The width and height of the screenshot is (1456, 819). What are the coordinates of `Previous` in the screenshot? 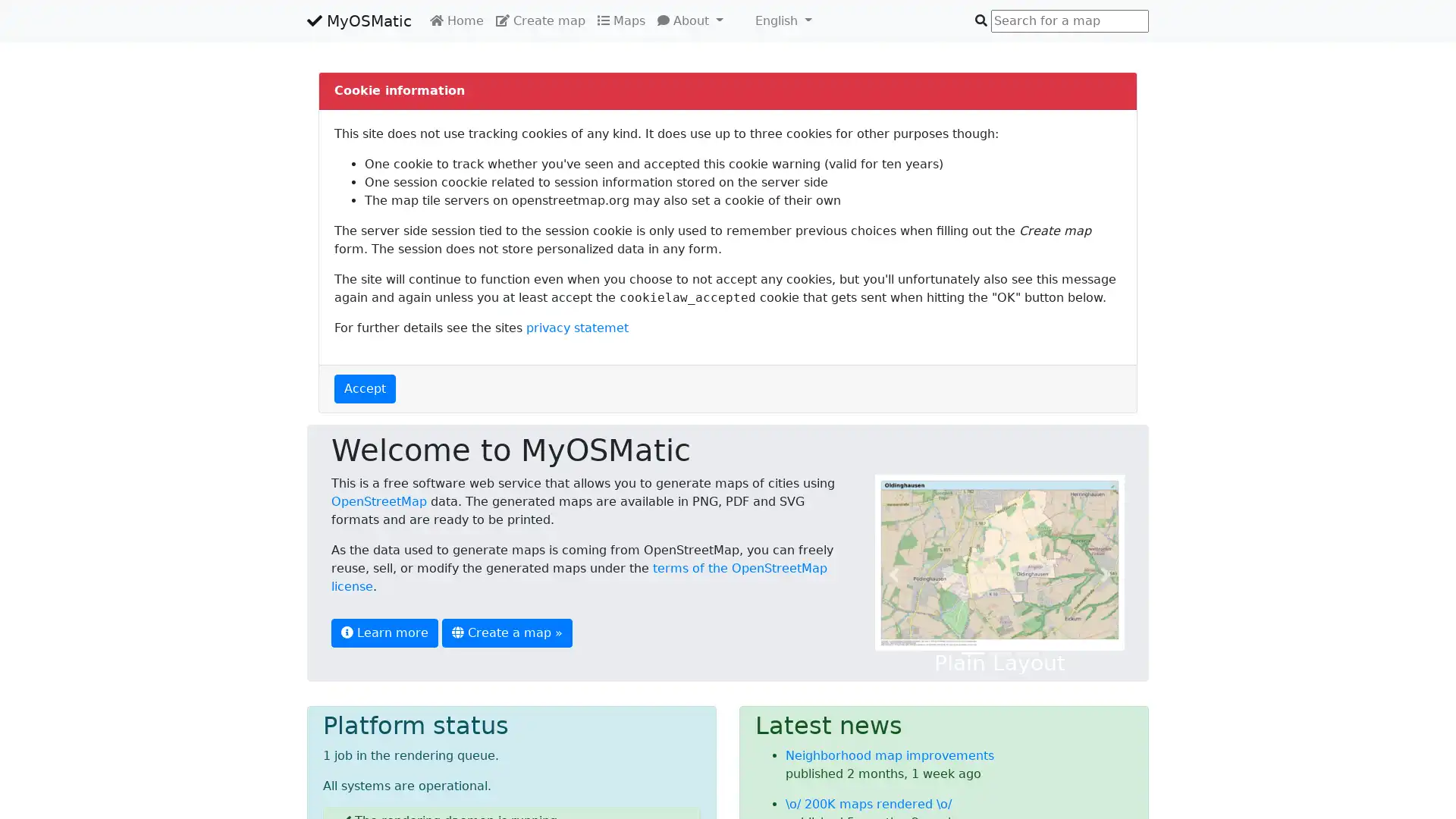 It's located at (893, 575).